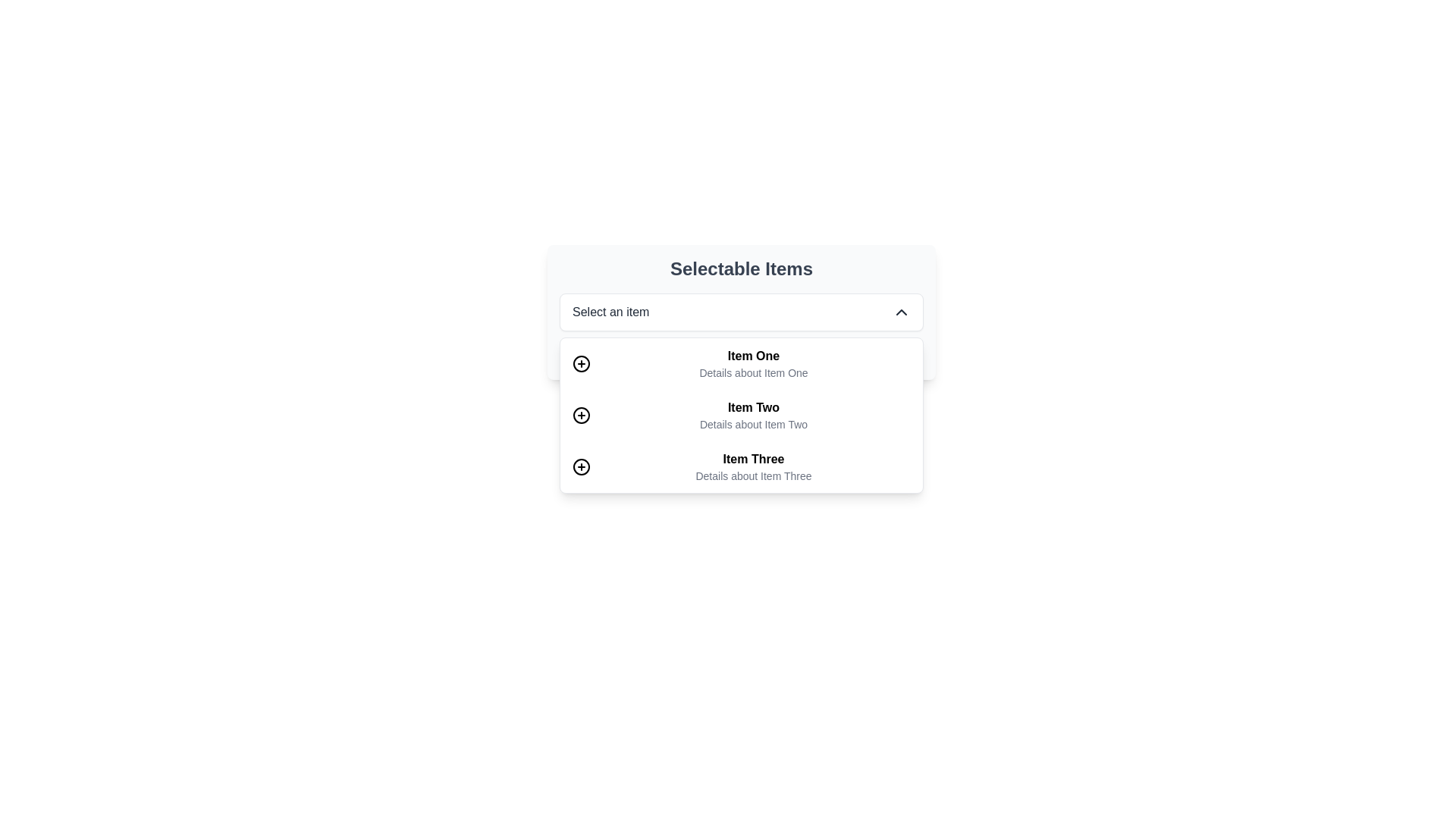  What do you see at coordinates (581, 415) in the screenshot?
I see `the circular icon with a plus symbol located to the left of 'Item Two'` at bounding box center [581, 415].